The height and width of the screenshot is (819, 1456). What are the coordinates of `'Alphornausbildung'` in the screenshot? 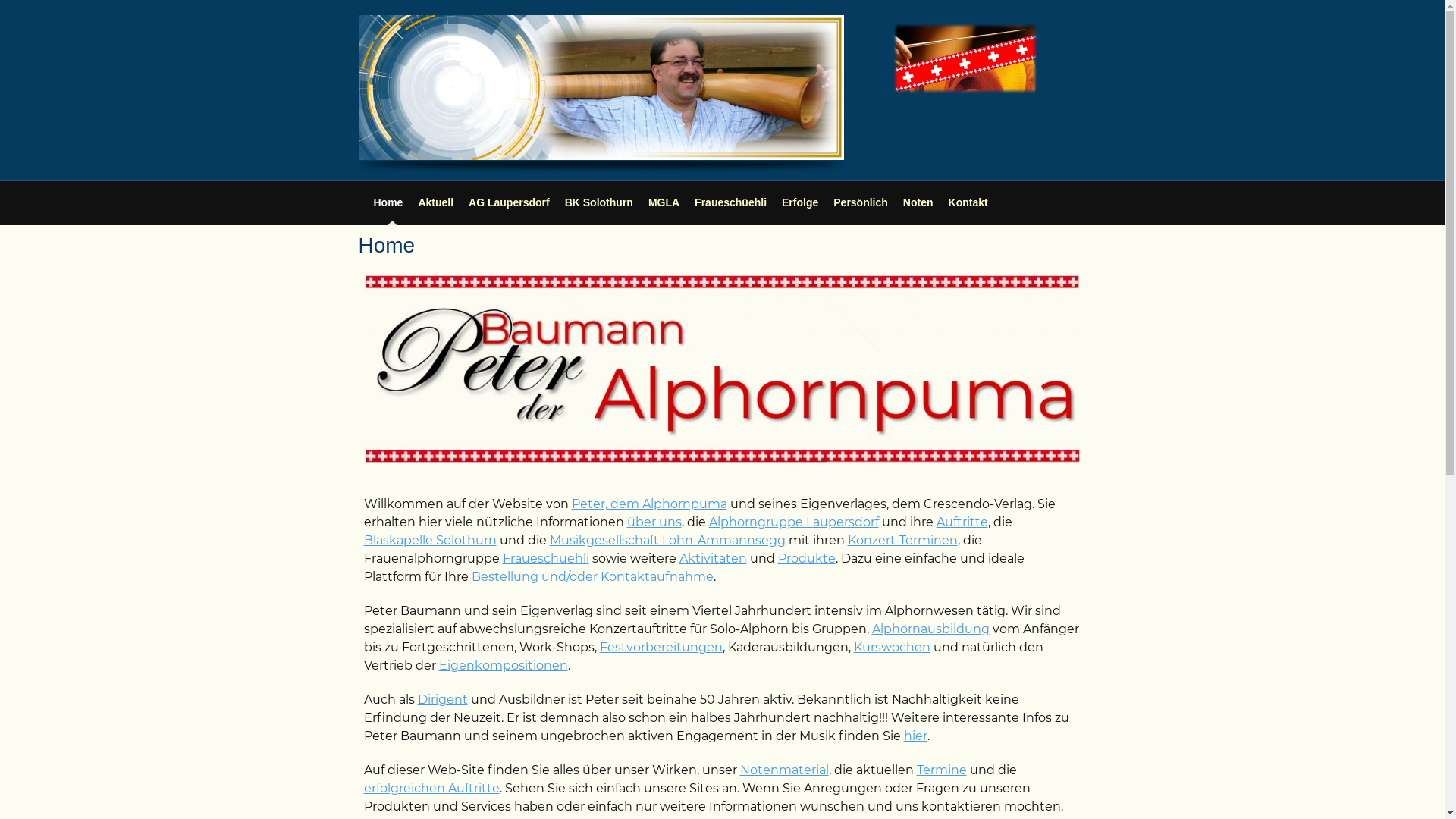 It's located at (930, 629).